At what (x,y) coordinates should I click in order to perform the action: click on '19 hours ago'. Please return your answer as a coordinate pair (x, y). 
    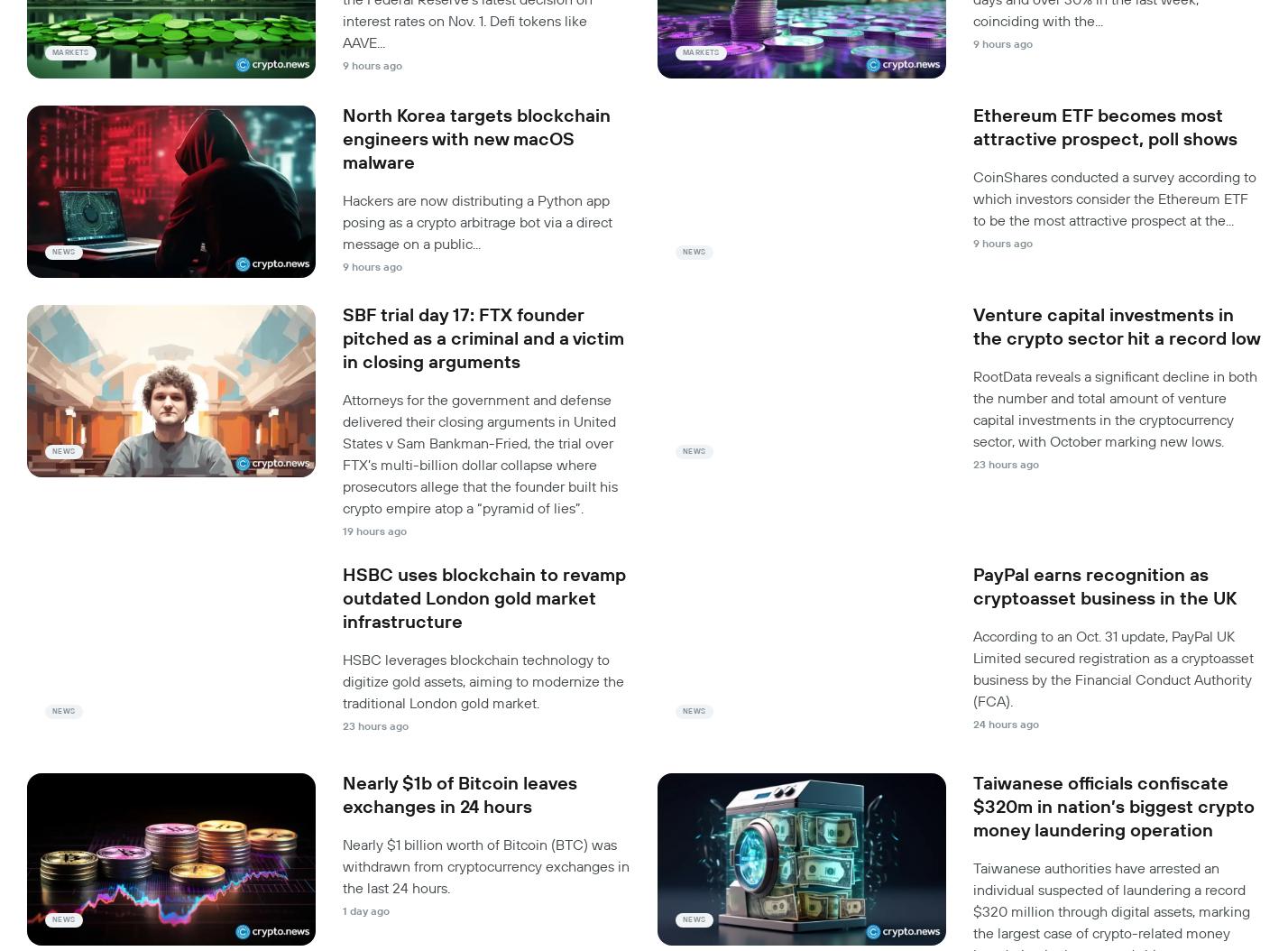
    Looking at the image, I should click on (374, 530).